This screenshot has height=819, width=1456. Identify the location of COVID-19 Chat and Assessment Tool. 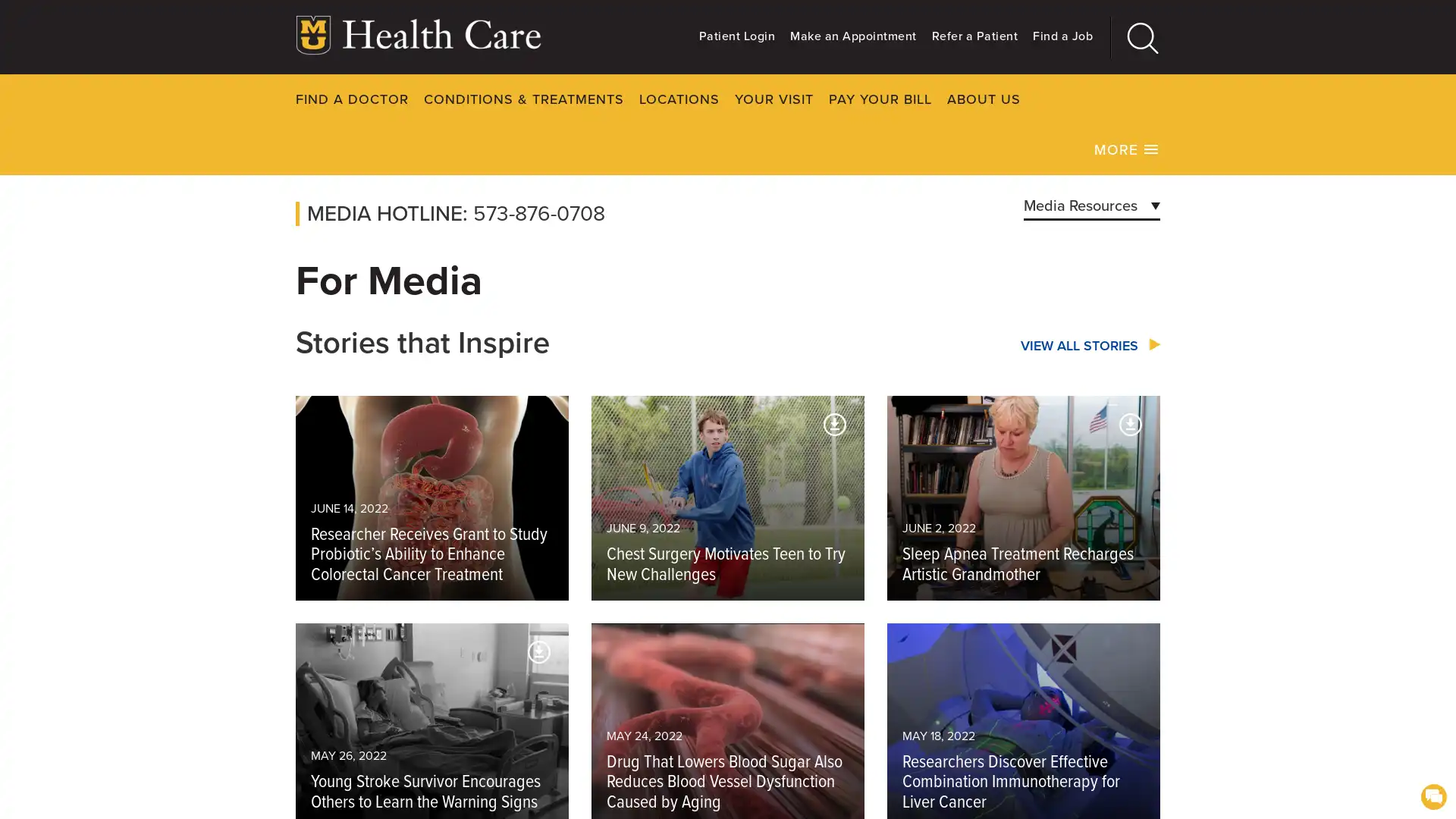
(1432, 795).